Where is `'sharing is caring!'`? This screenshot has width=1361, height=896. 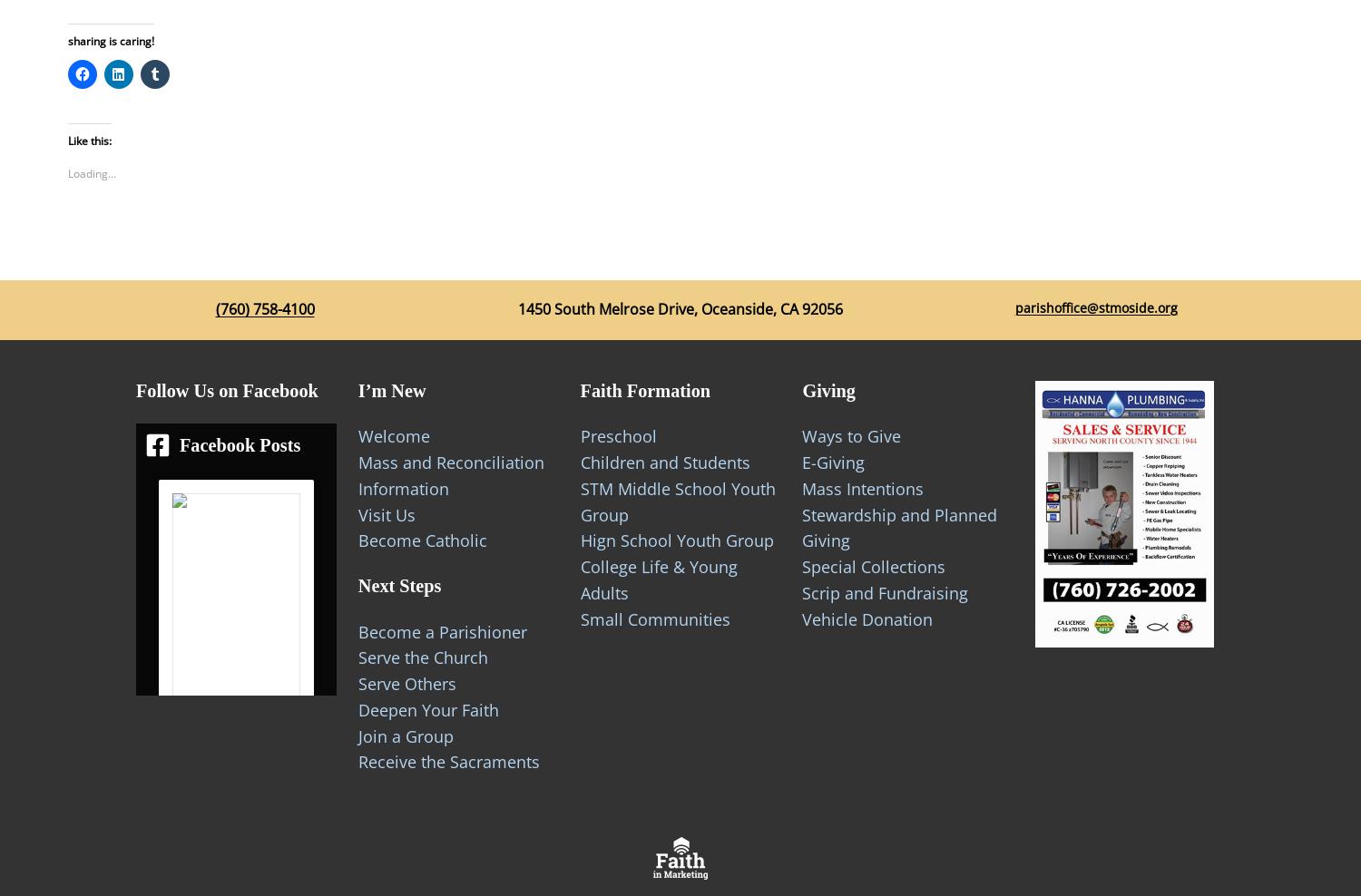 'sharing is caring!' is located at coordinates (110, 39).